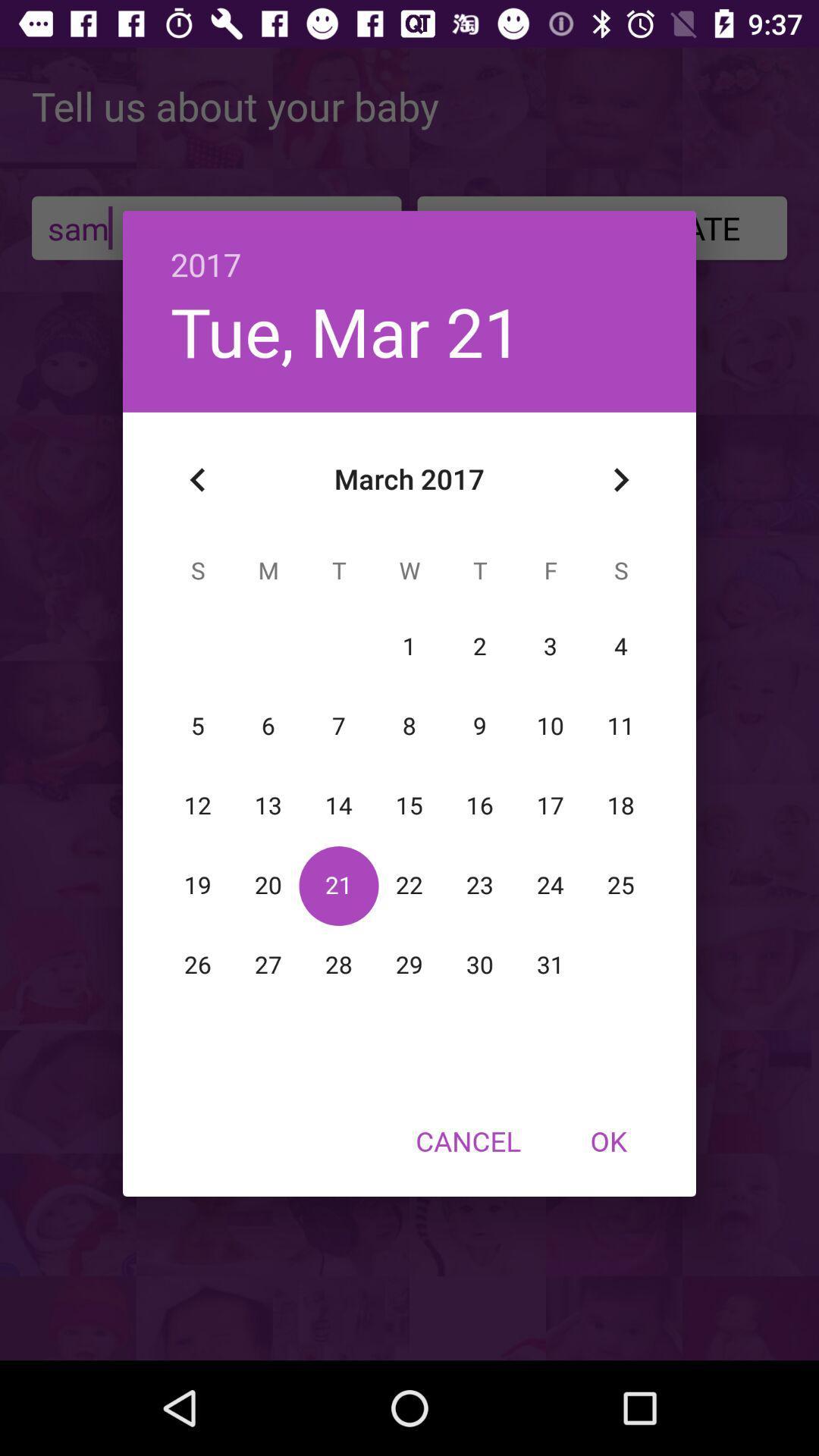 The width and height of the screenshot is (819, 1456). What do you see at coordinates (409, 248) in the screenshot?
I see `2017 icon` at bounding box center [409, 248].